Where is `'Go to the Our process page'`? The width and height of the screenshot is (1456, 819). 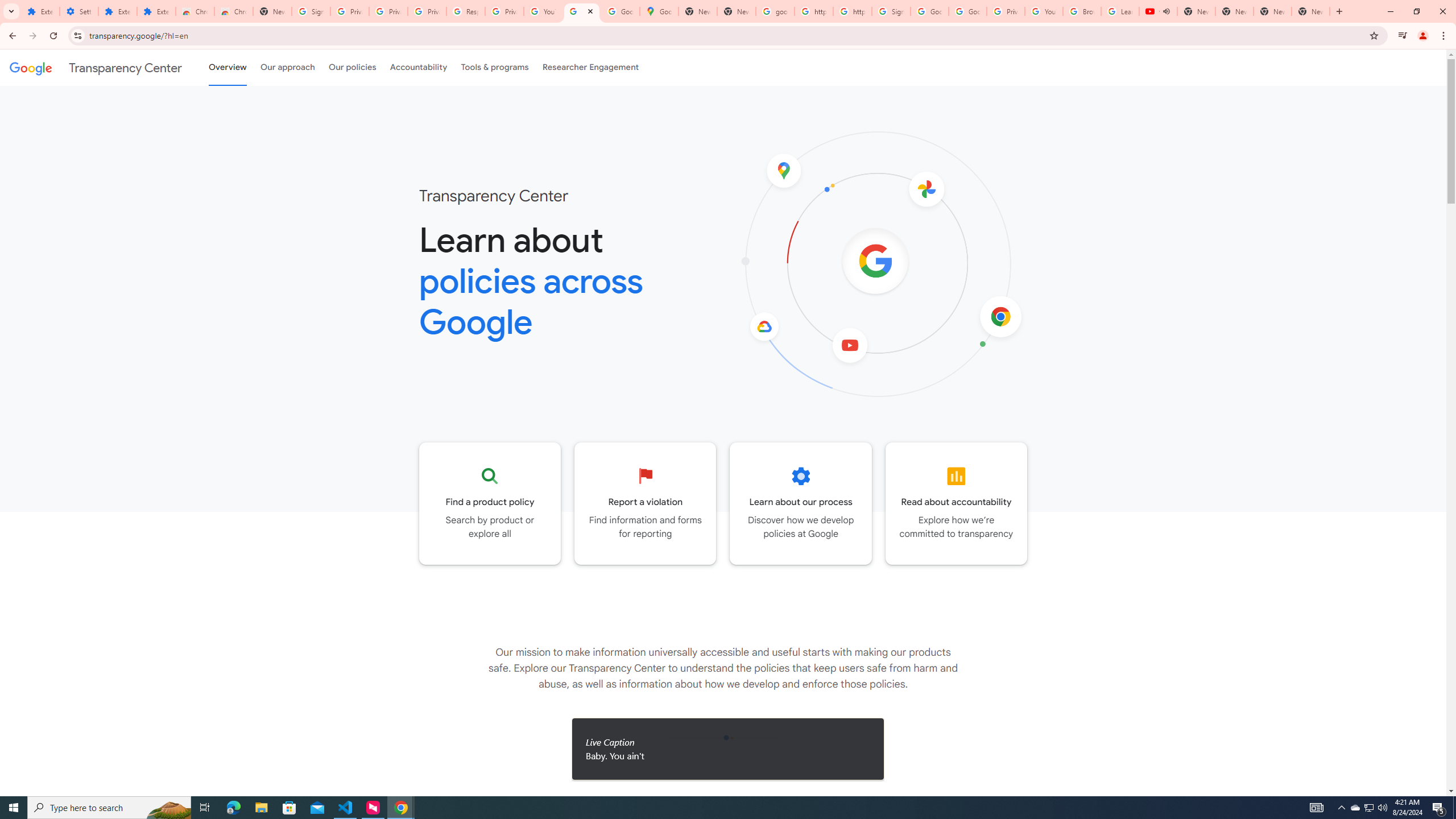 'Go to the Our process page' is located at coordinates (800, 503).